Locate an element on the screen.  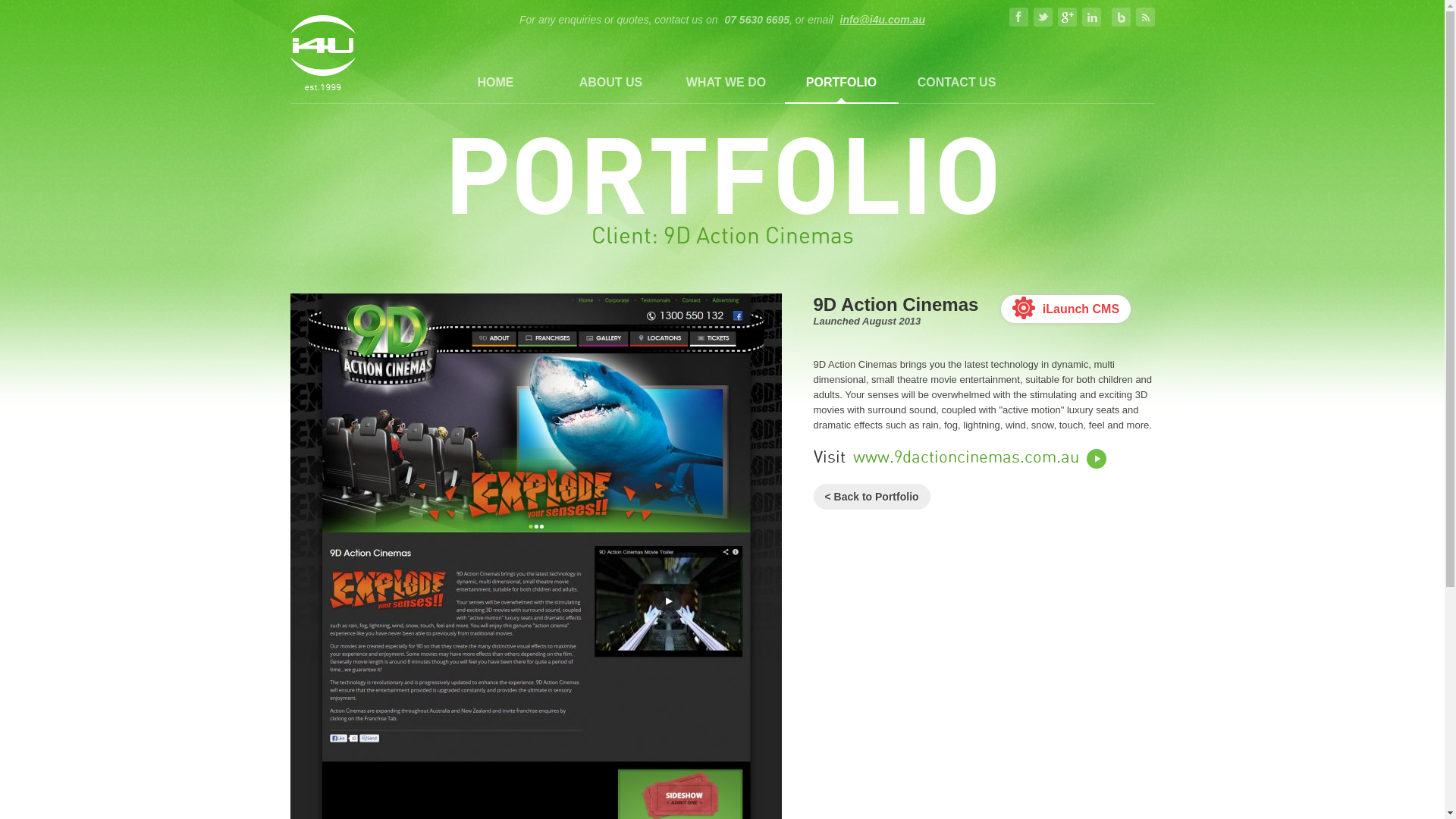
'Find us on Facebook' is located at coordinates (1018, 17).